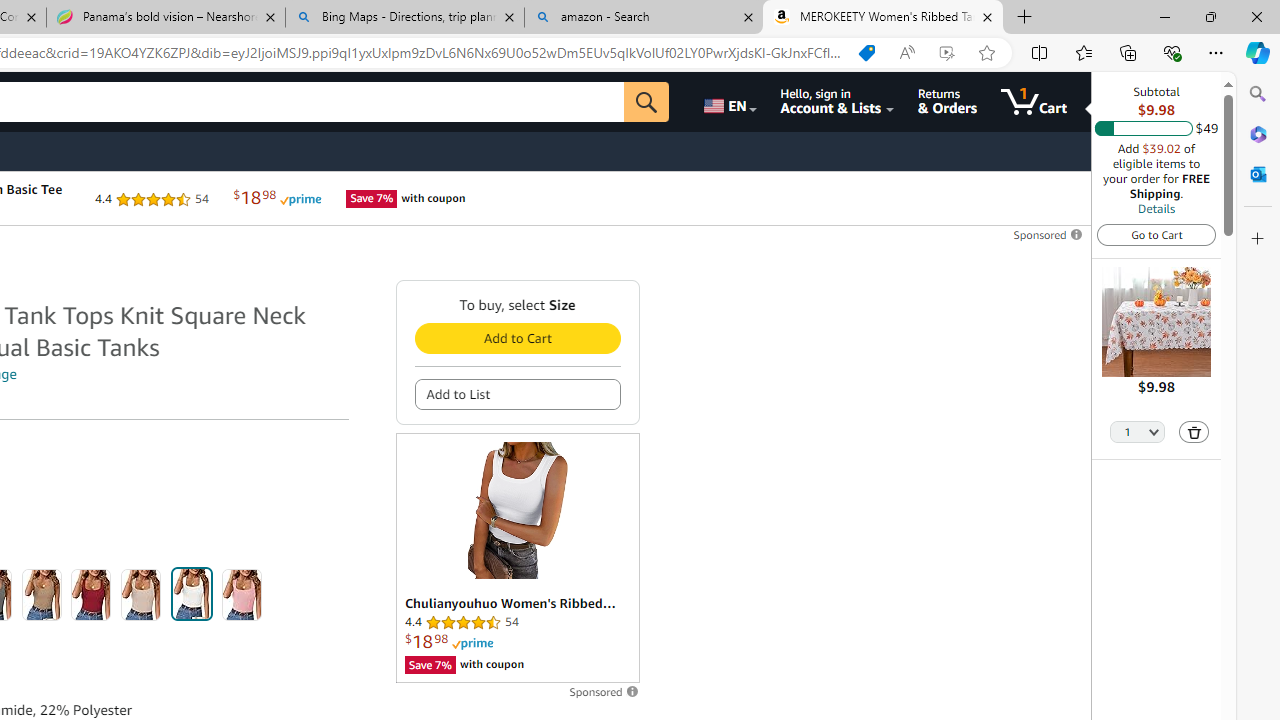  Describe the element at coordinates (1034, 101) in the screenshot. I see `'1 item in cart'` at that location.